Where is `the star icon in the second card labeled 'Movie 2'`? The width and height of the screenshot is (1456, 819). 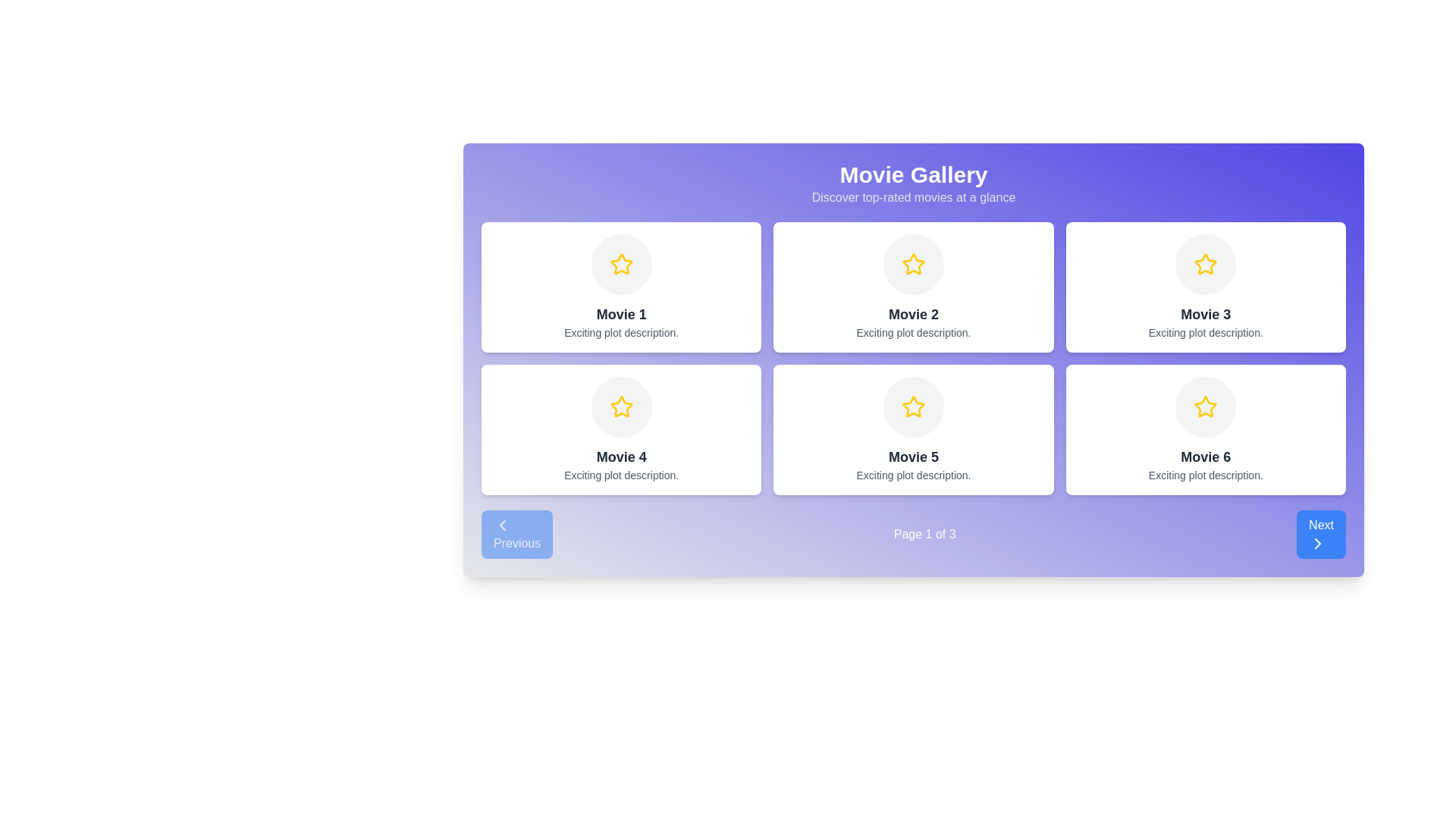
the star icon in the second card labeled 'Movie 2' is located at coordinates (912, 263).